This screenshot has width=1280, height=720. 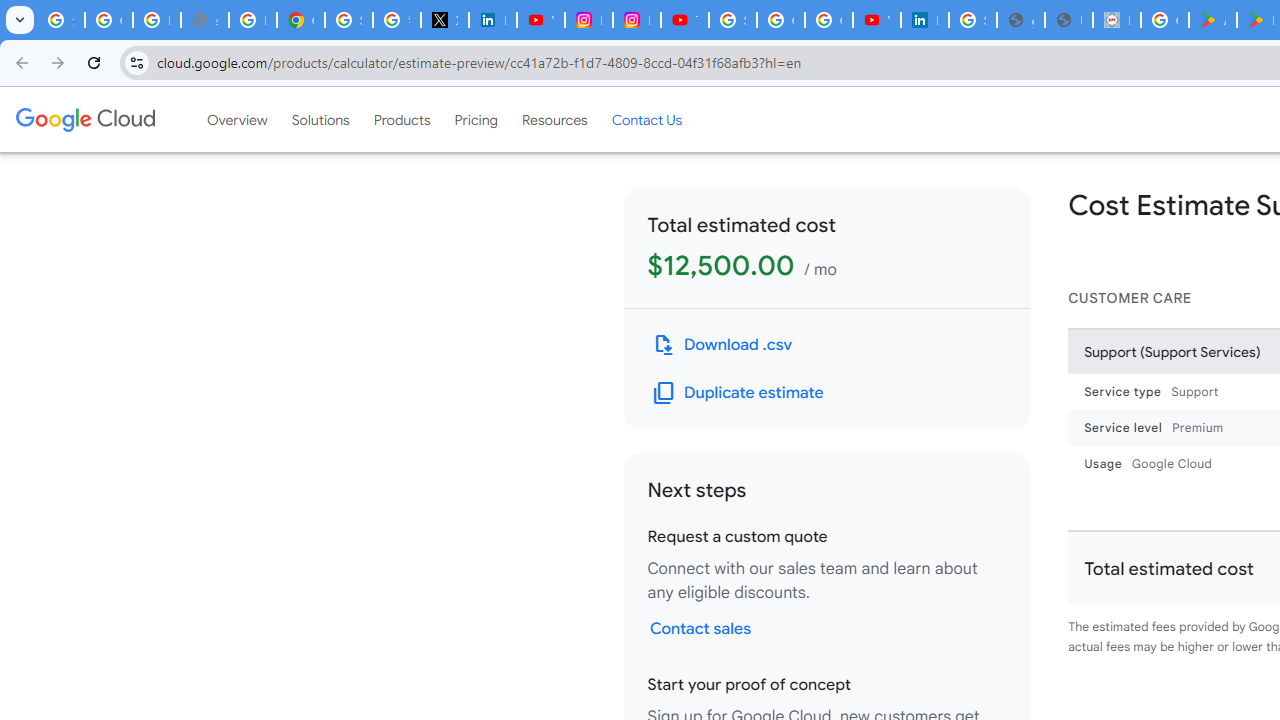 What do you see at coordinates (1115, 20) in the screenshot?
I see `'Data Privacy Framework'` at bounding box center [1115, 20].